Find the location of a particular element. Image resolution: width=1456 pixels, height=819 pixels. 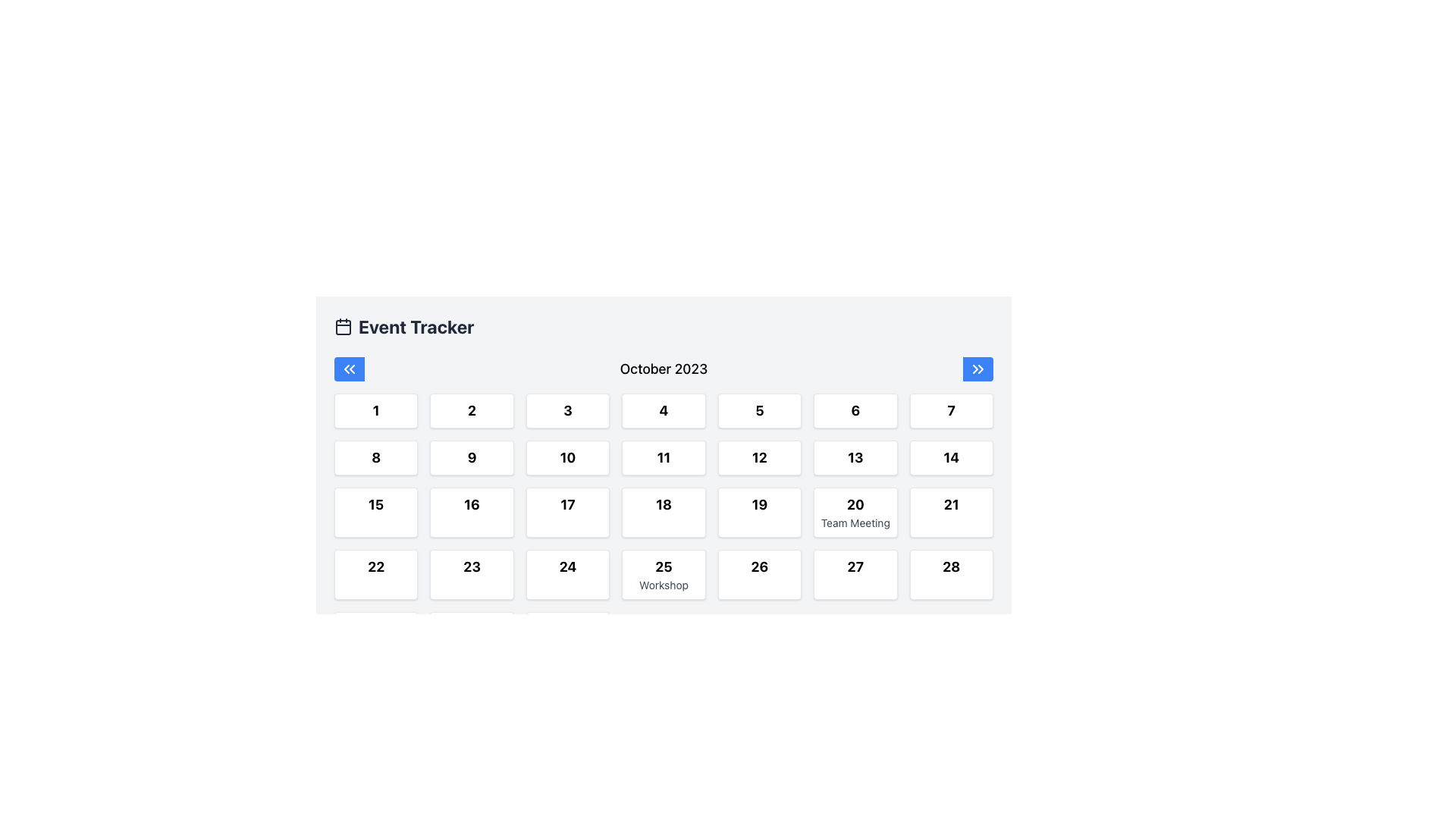

the Calendar Date Box displaying the number '17', which is a rectangular box with a white background, bold black font, and rounded corners, located in the third row and third column of the calendar layout is located at coordinates (566, 512).